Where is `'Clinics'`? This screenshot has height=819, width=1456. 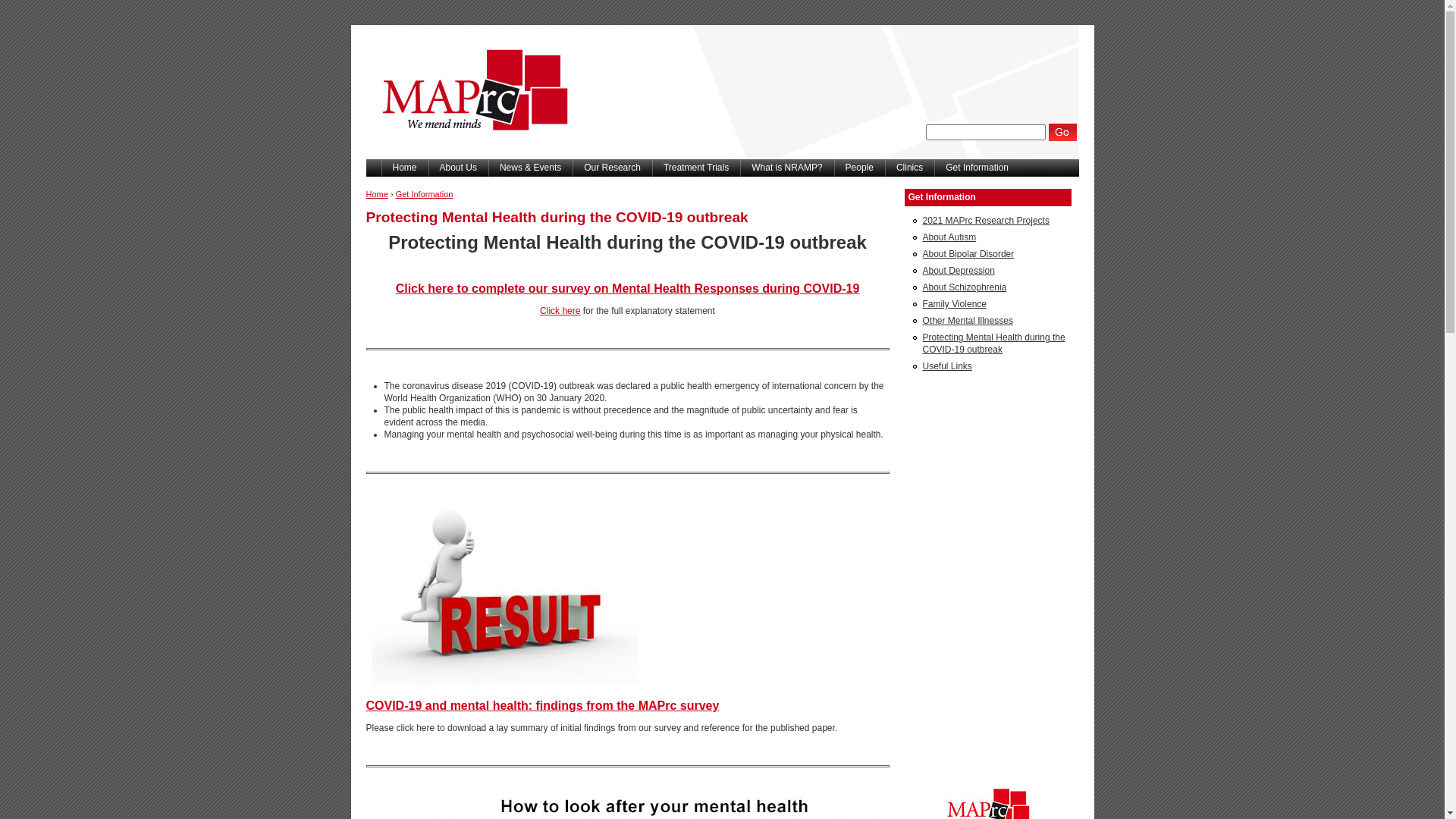 'Clinics' is located at coordinates (884, 168).